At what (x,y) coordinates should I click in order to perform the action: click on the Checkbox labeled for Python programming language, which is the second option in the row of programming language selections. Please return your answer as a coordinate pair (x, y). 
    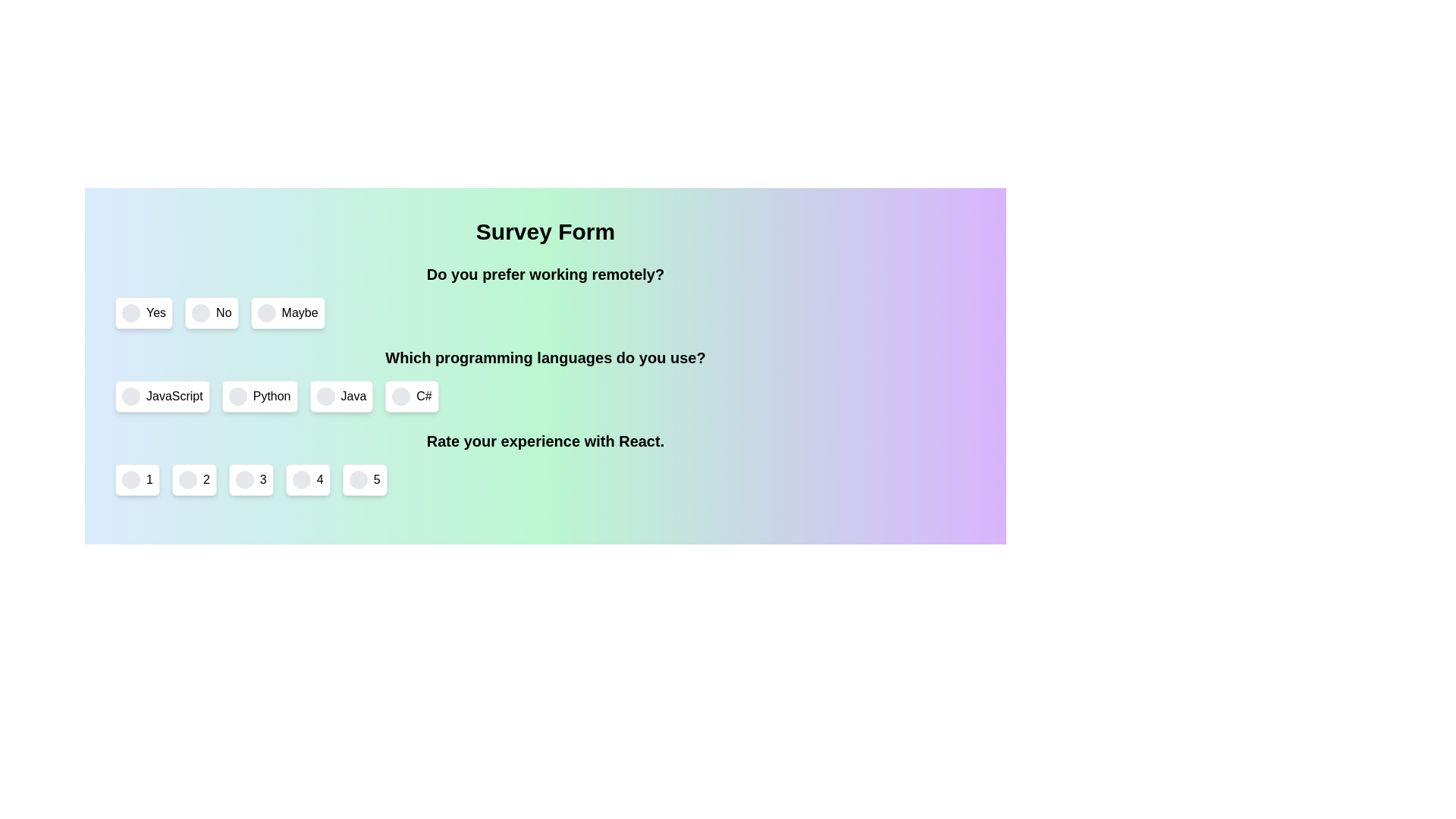
    Looking at the image, I should click on (259, 396).